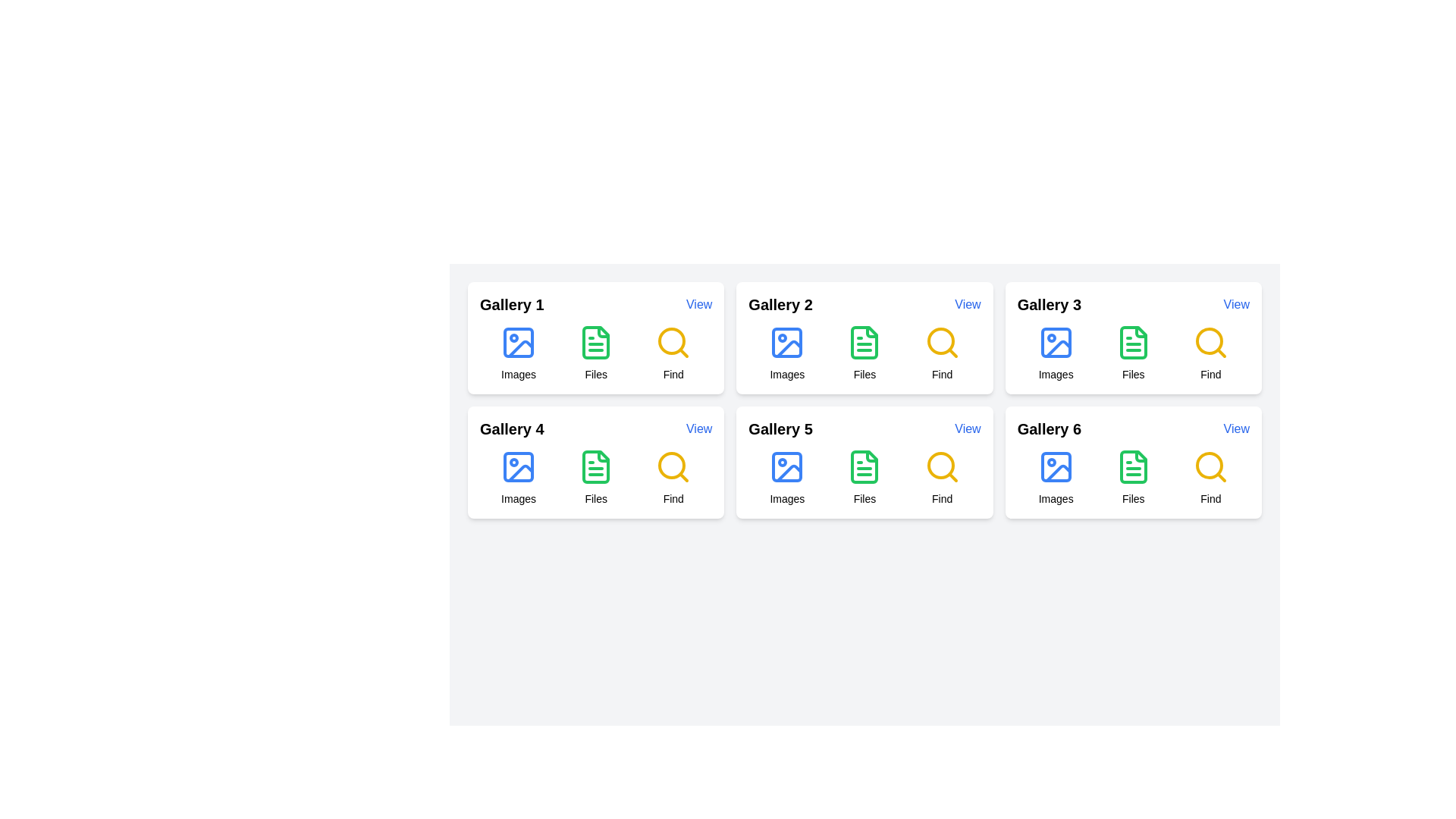  I want to click on the 'Files' icon, which is located in the top row of the grid layout, between the 'Images' icon on the left and the 'Find' icon on the right. This icon serves as a visual cue for accessing or managing files or documents, so click(595, 342).